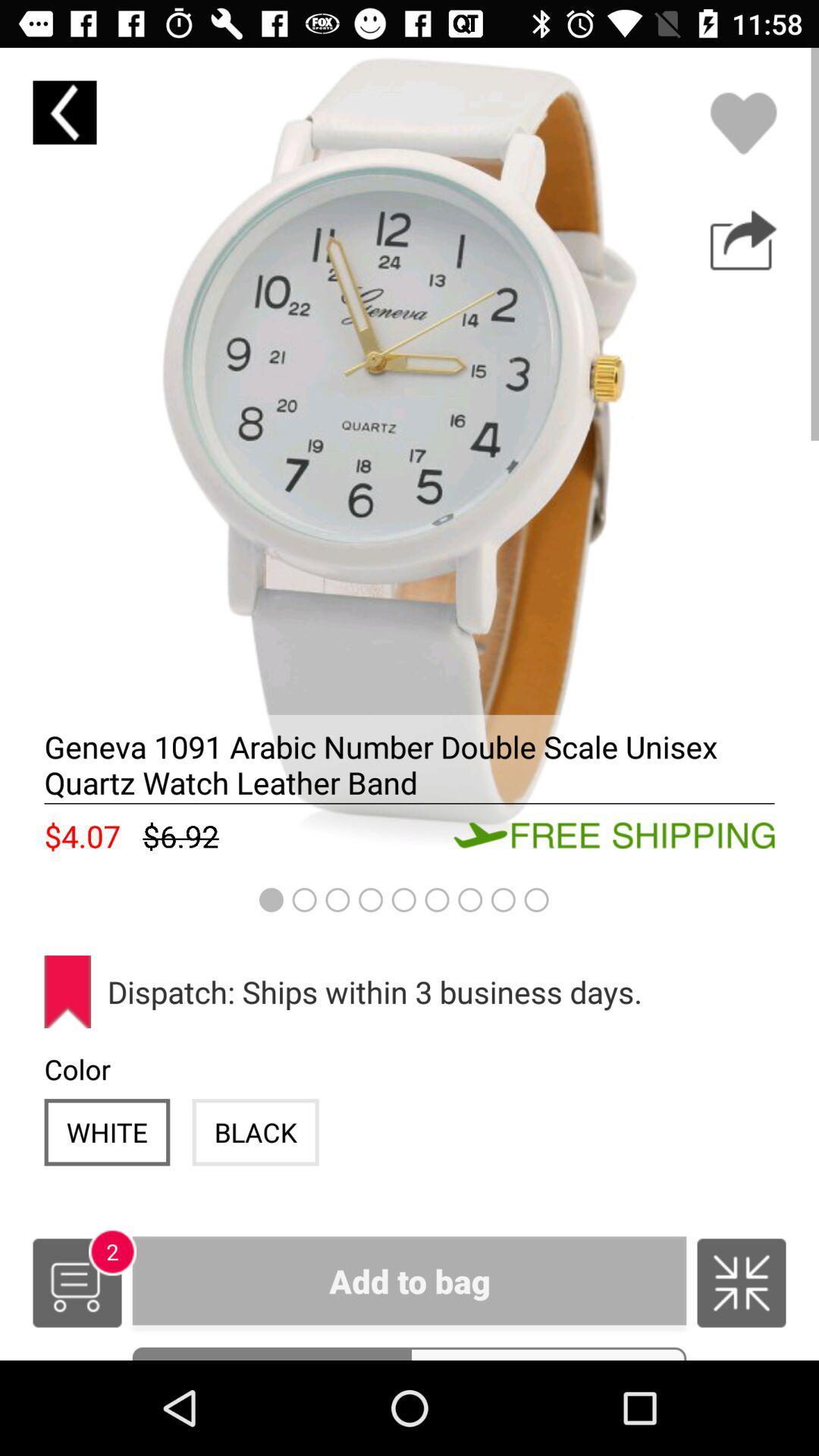 The height and width of the screenshot is (1456, 819). Describe the element at coordinates (548, 1354) in the screenshot. I see `the sizes item` at that location.